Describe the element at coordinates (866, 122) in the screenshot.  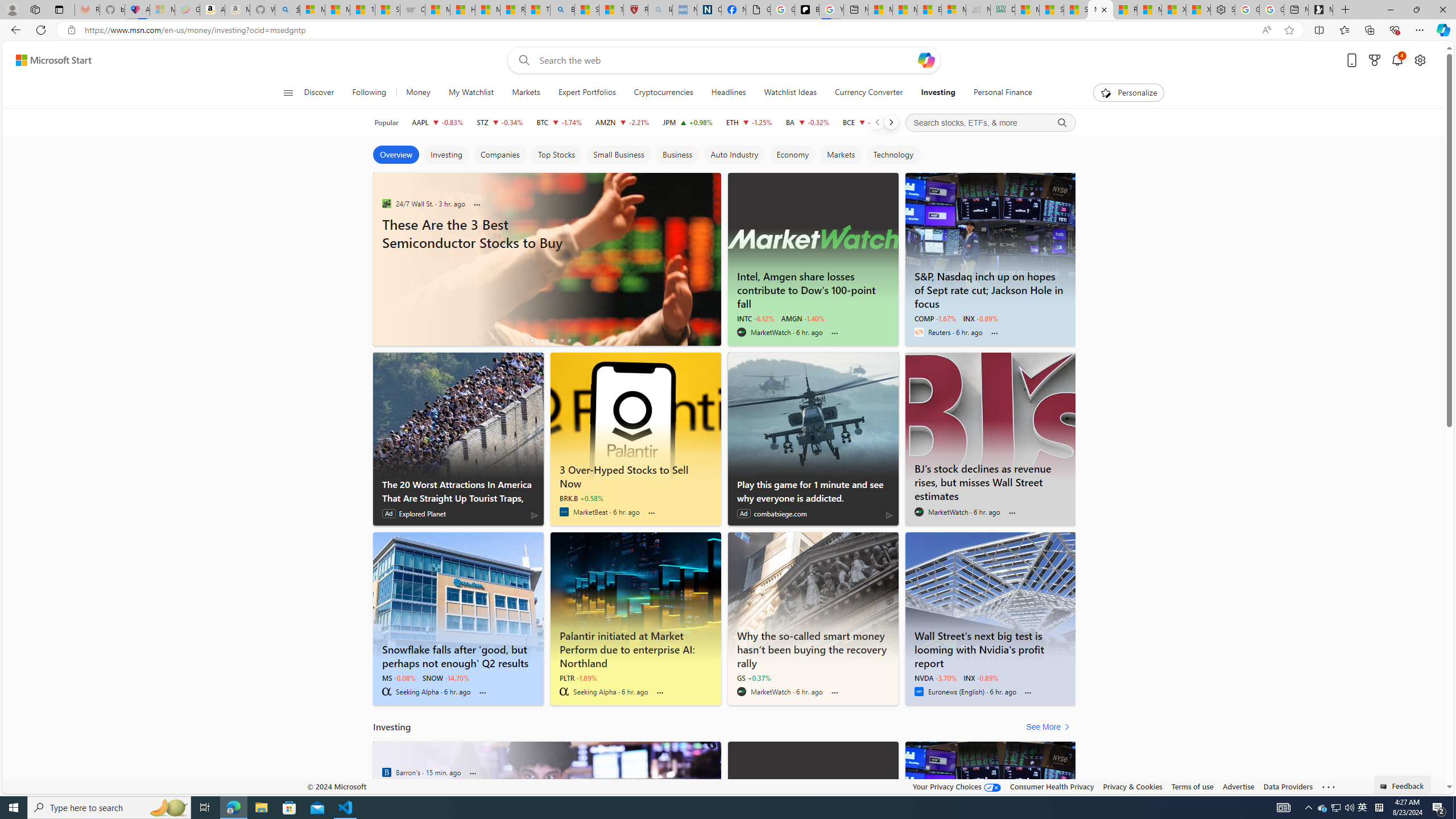
I see `'BCE BCE Inc decrease 34.55 -0.07 -0.20%'` at that location.